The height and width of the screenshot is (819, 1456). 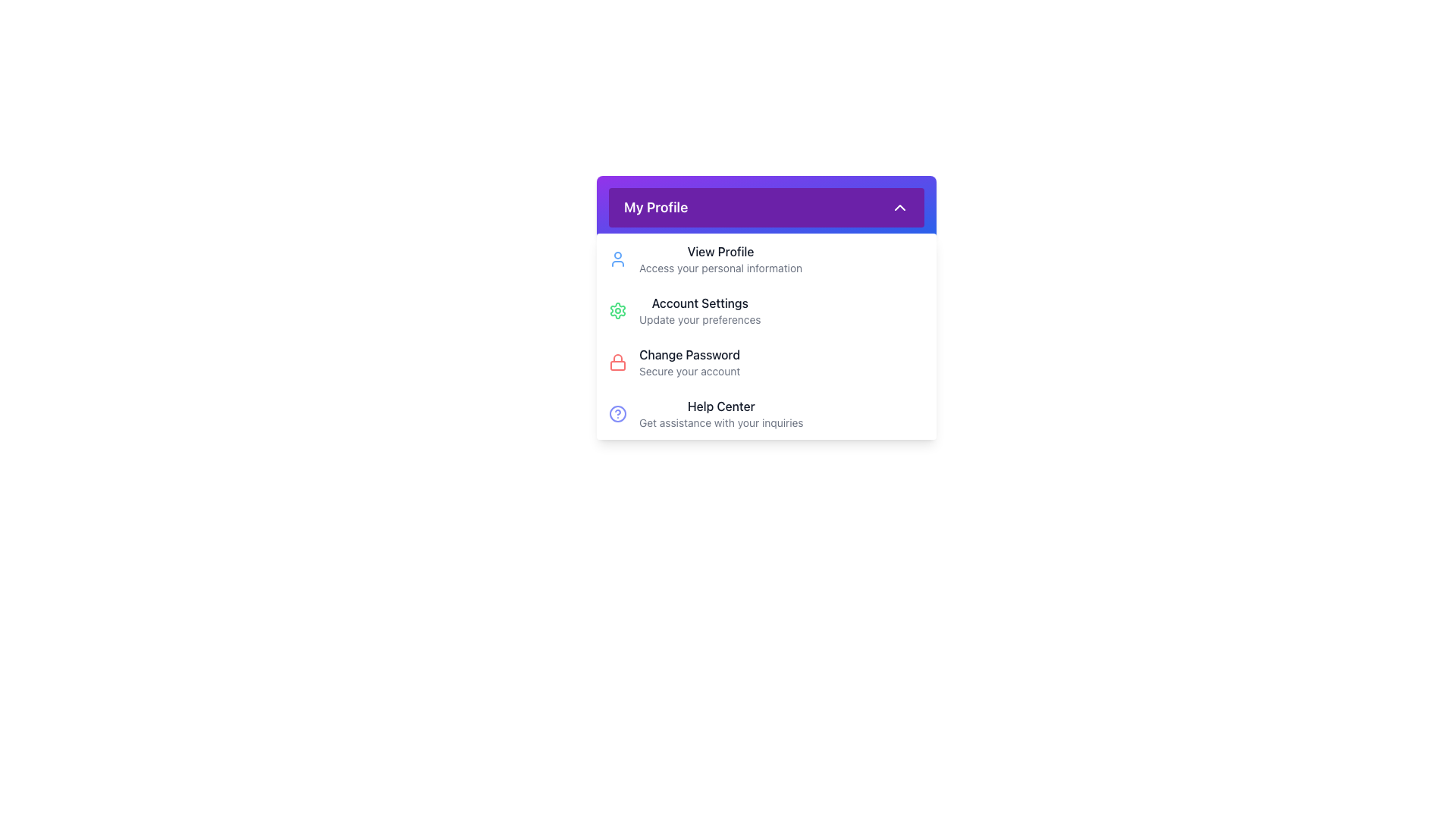 What do you see at coordinates (689, 354) in the screenshot?
I see `the 'Change Password' text label, which is styled in bold and prominently placed within the 'My Profile' section, directly above the supporting text 'Secure your account'` at bounding box center [689, 354].